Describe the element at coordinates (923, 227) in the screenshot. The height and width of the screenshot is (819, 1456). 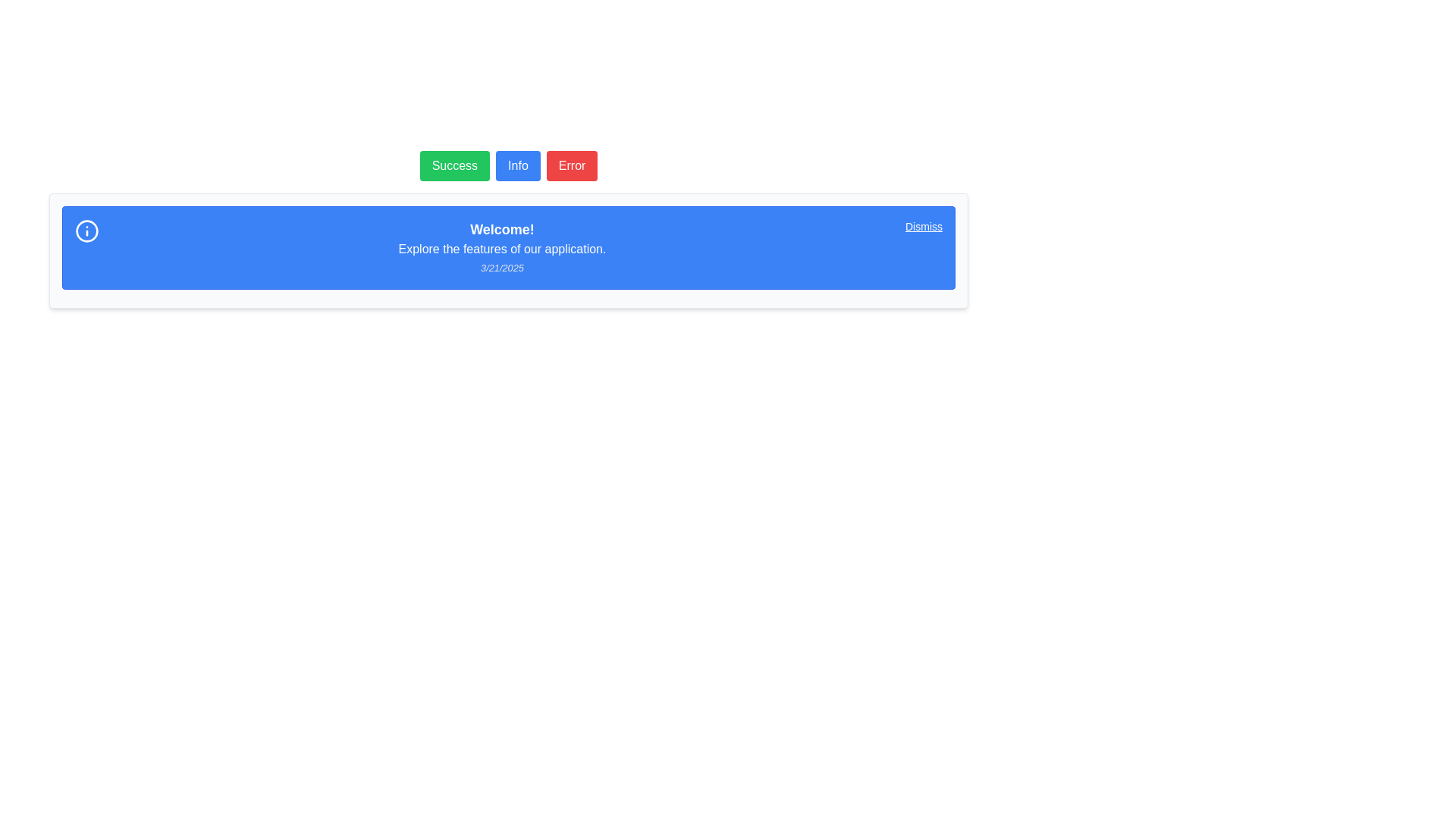
I see `the dismiss button located in the top-right corner of the notification bar` at that location.